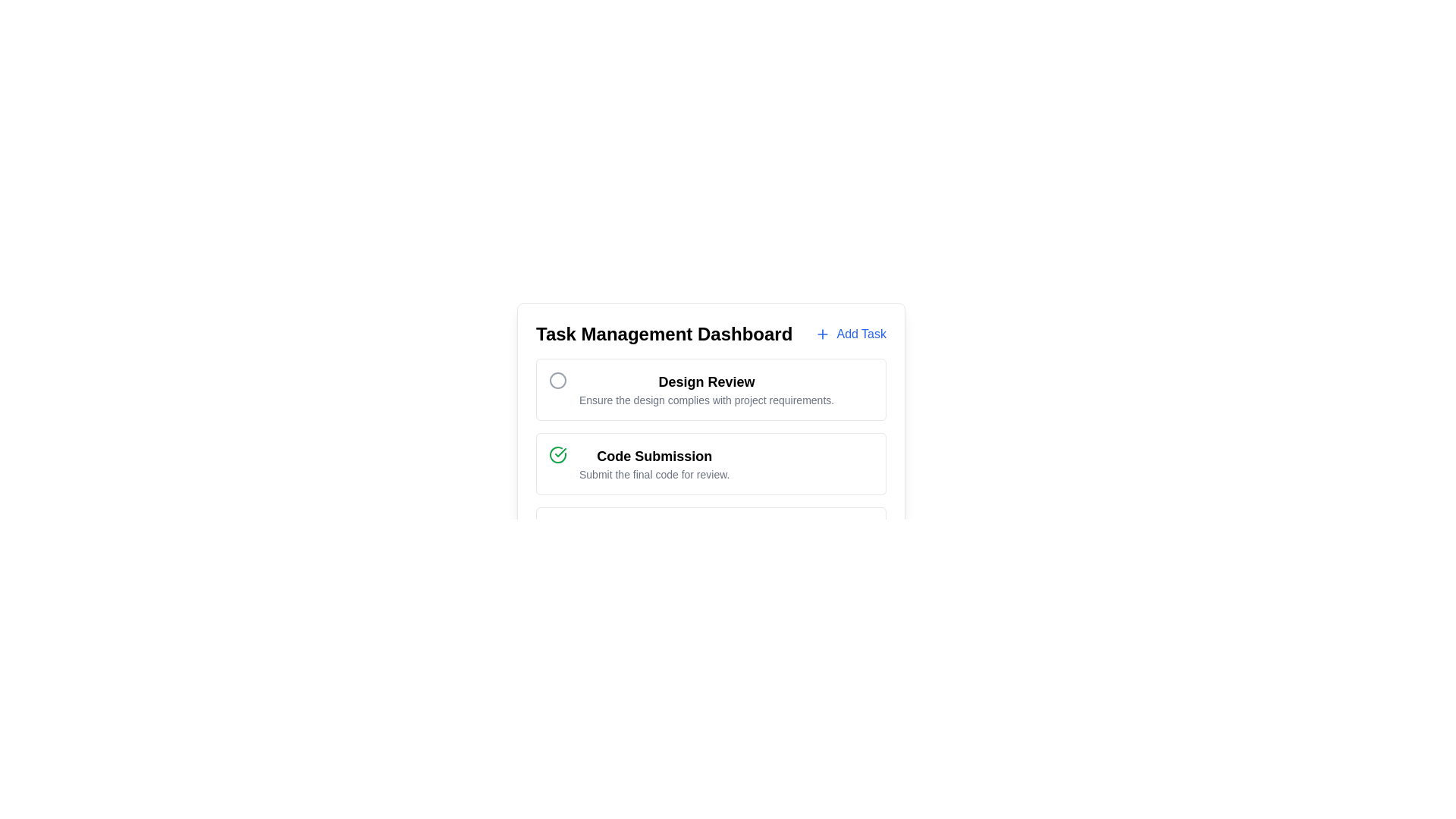 The width and height of the screenshot is (1456, 819). I want to click on text from the label titled 'Code Submission', which is the second item in a vertical list, located to the right of a green check icon and above the description 'Submit the final code for review', so click(654, 455).